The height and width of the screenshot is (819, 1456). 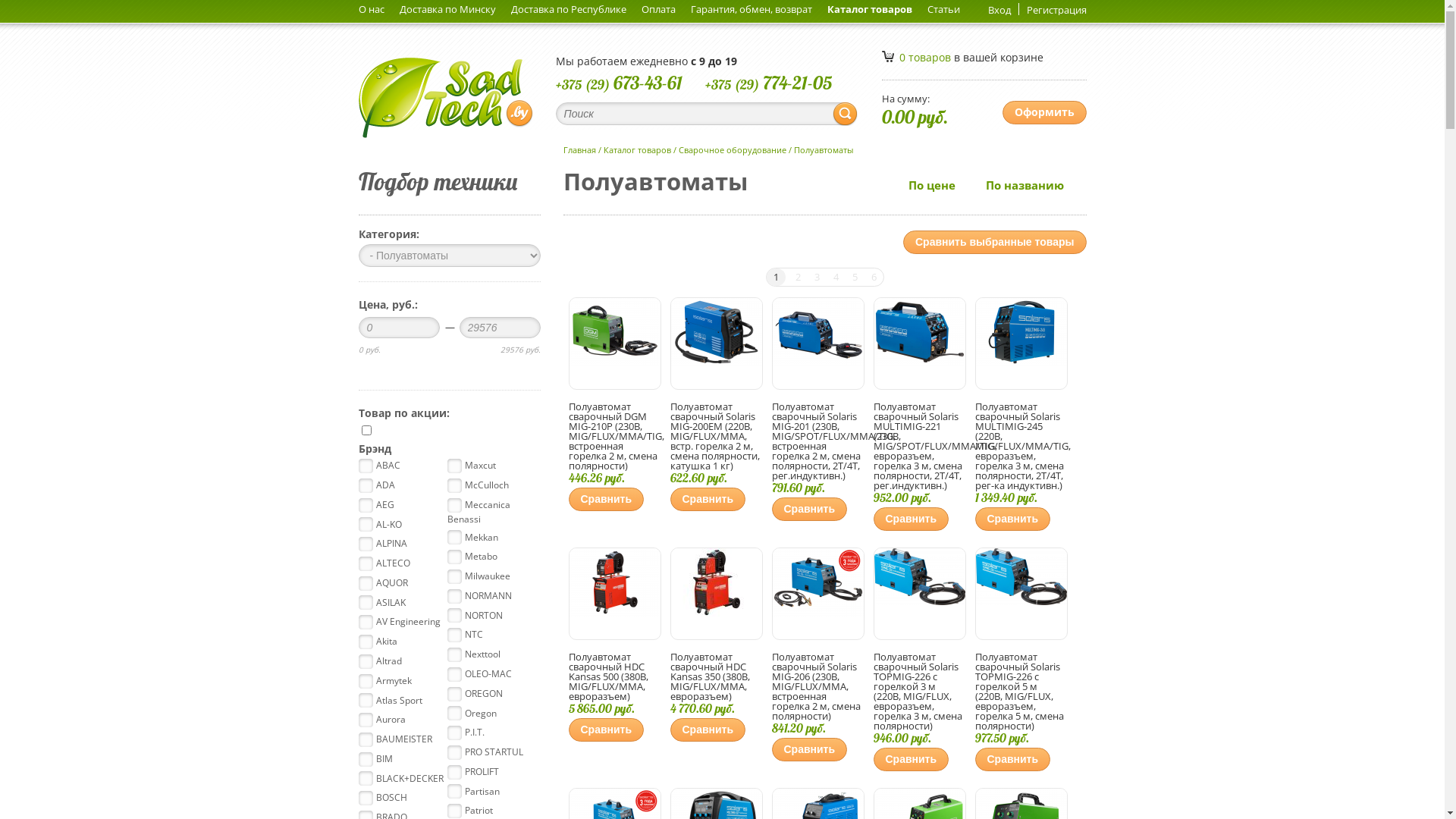 What do you see at coordinates (765, 277) in the screenshot?
I see `'1'` at bounding box center [765, 277].